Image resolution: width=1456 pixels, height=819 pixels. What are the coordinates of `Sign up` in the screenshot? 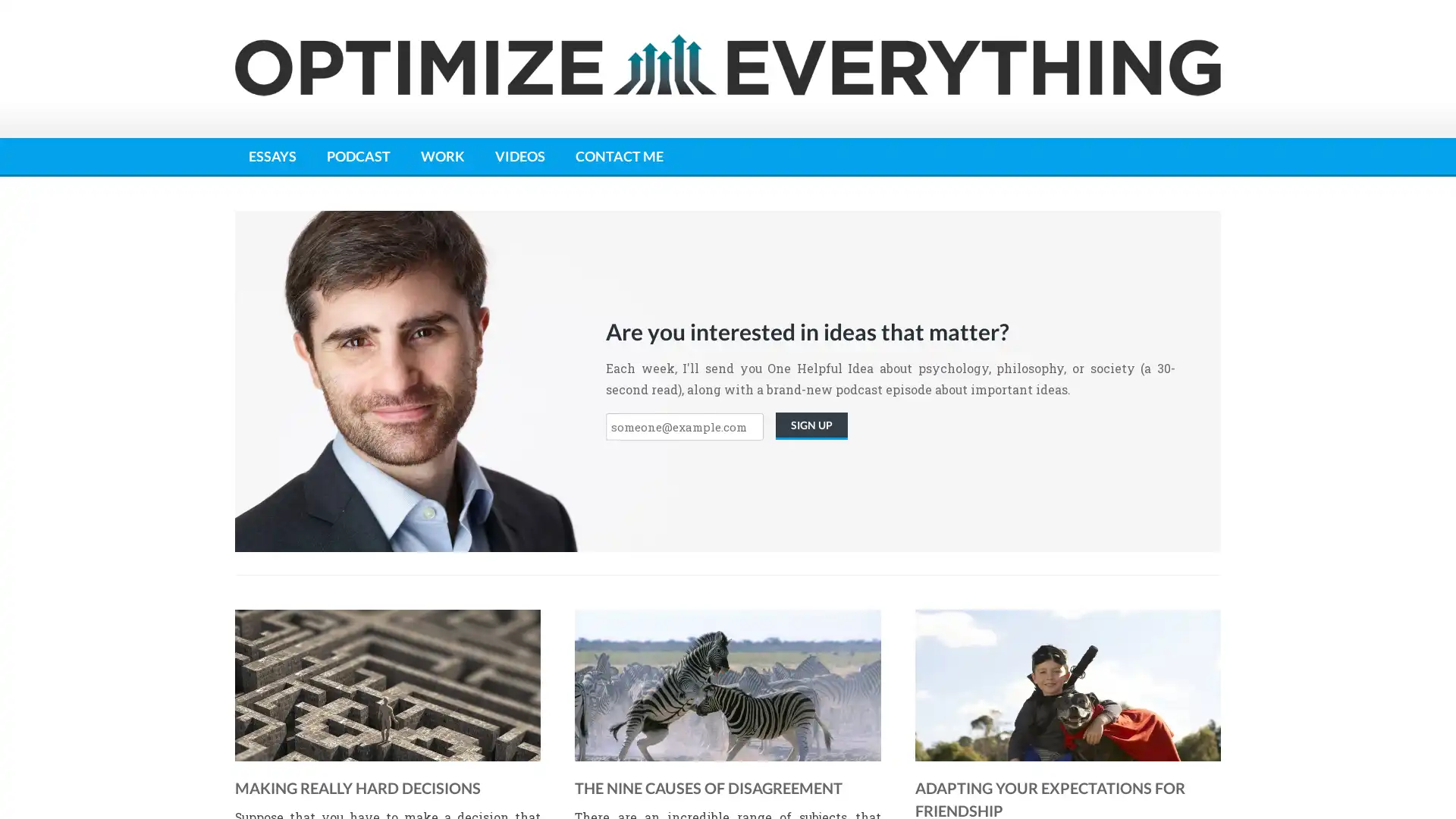 It's located at (811, 426).